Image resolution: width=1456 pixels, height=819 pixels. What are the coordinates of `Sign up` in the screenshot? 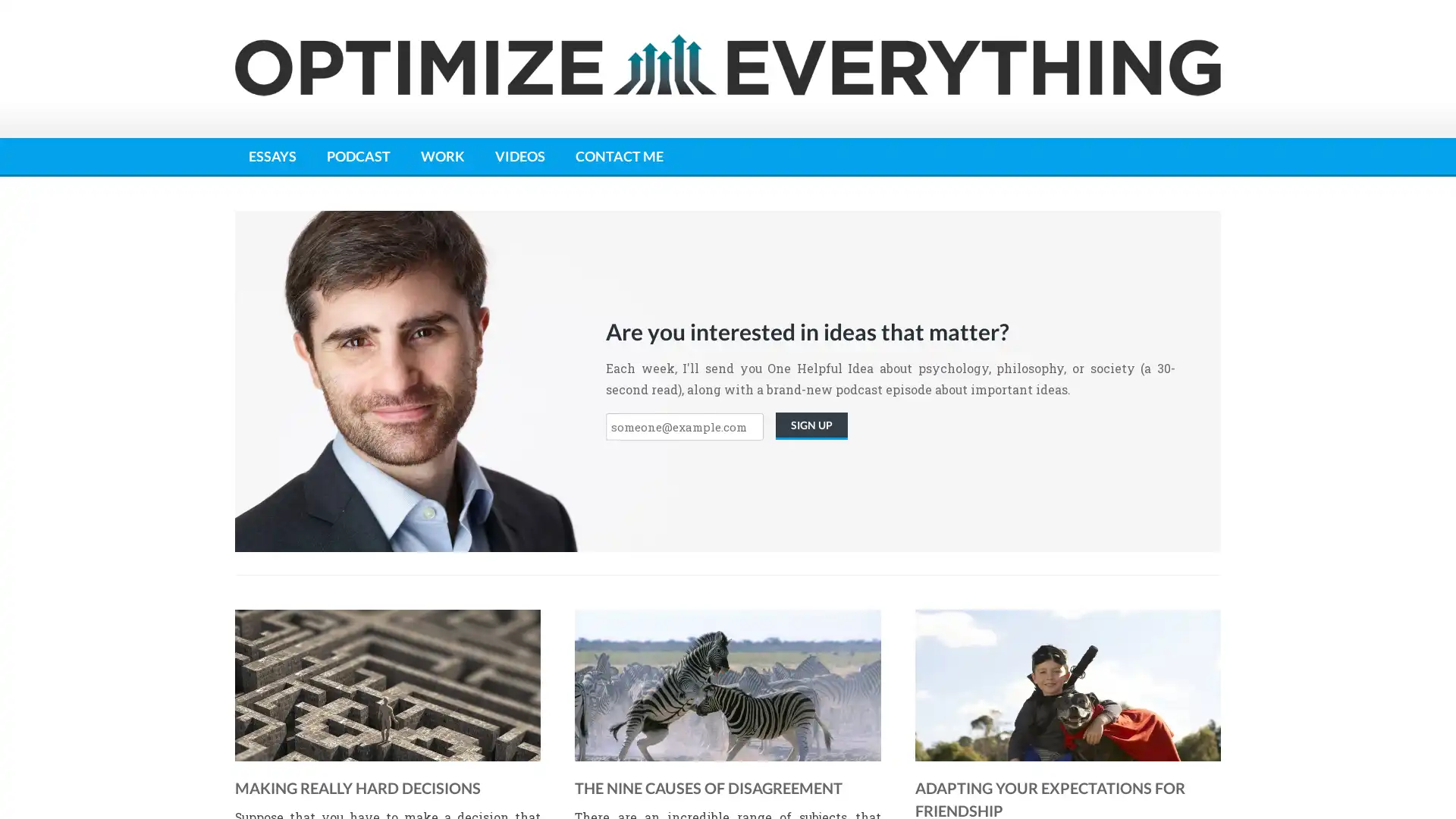 It's located at (811, 426).